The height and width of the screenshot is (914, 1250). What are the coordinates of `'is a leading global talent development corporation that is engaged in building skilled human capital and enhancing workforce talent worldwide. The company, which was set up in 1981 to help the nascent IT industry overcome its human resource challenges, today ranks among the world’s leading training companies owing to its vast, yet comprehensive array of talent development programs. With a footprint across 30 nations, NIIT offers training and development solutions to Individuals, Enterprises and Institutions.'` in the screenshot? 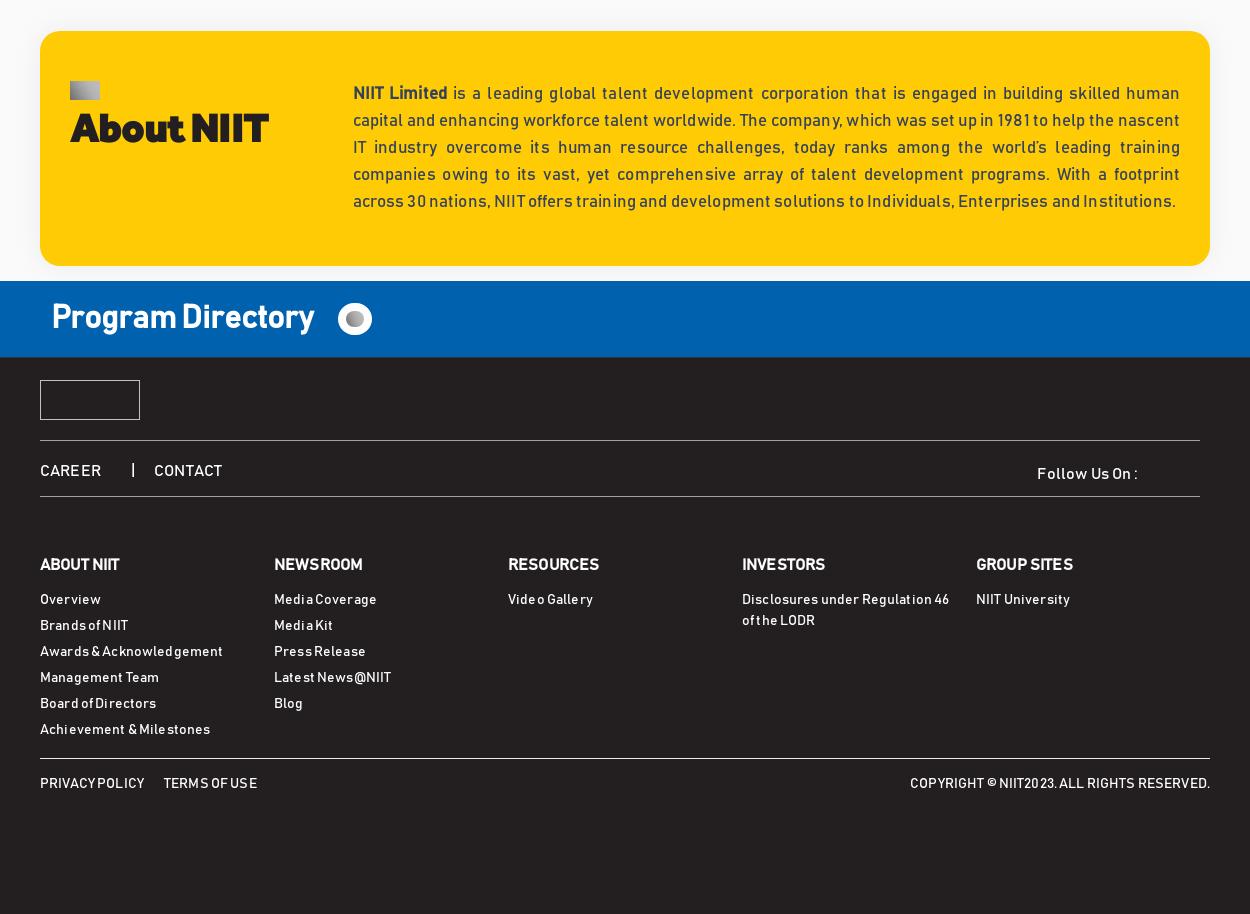 It's located at (766, 147).